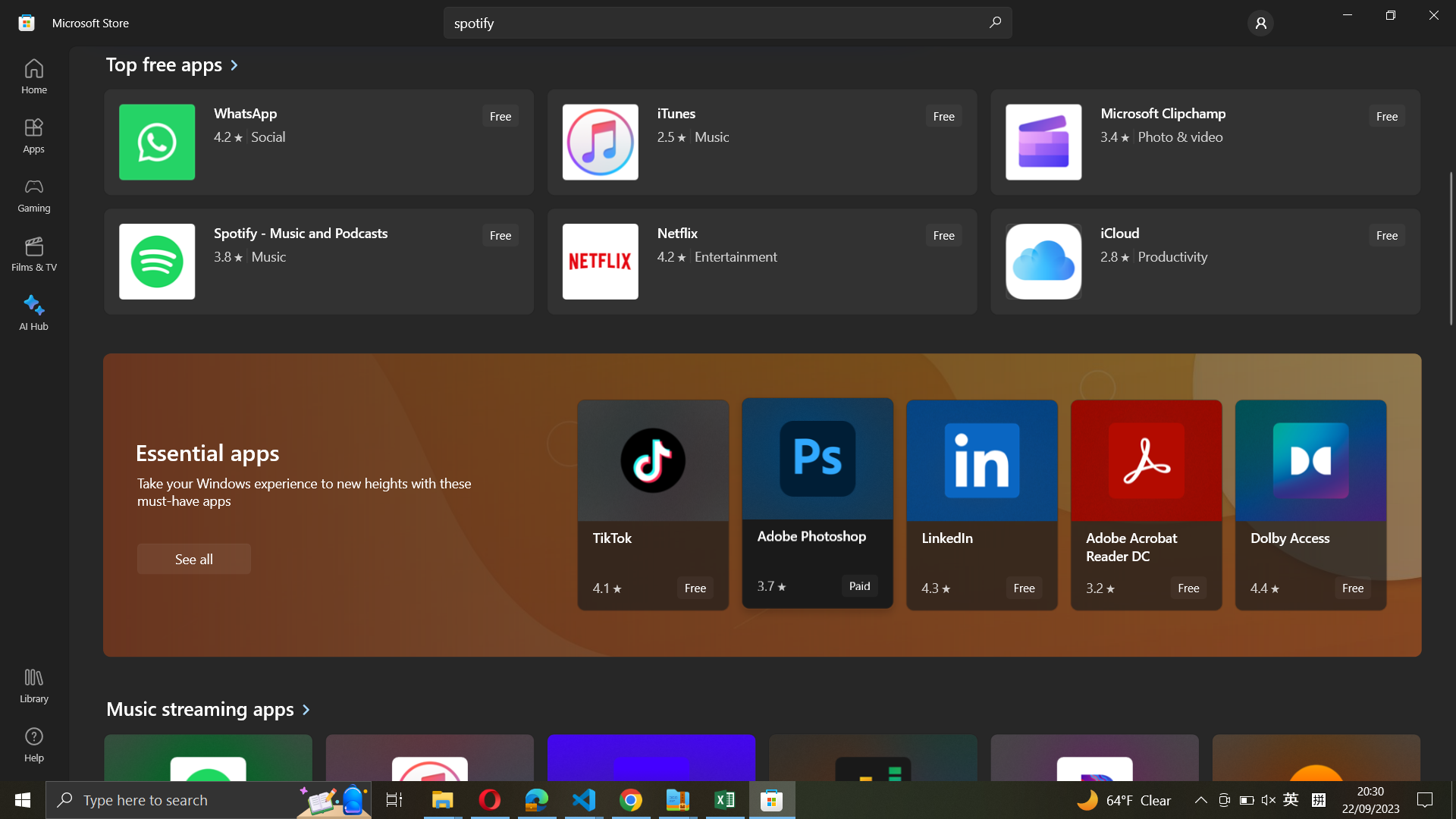 The image size is (1456, 819). What do you see at coordinates (1147, 505) in the screenshot?
I see `Activate Adobe Acrobat Reader DC` at bounding box center [1147, 505].